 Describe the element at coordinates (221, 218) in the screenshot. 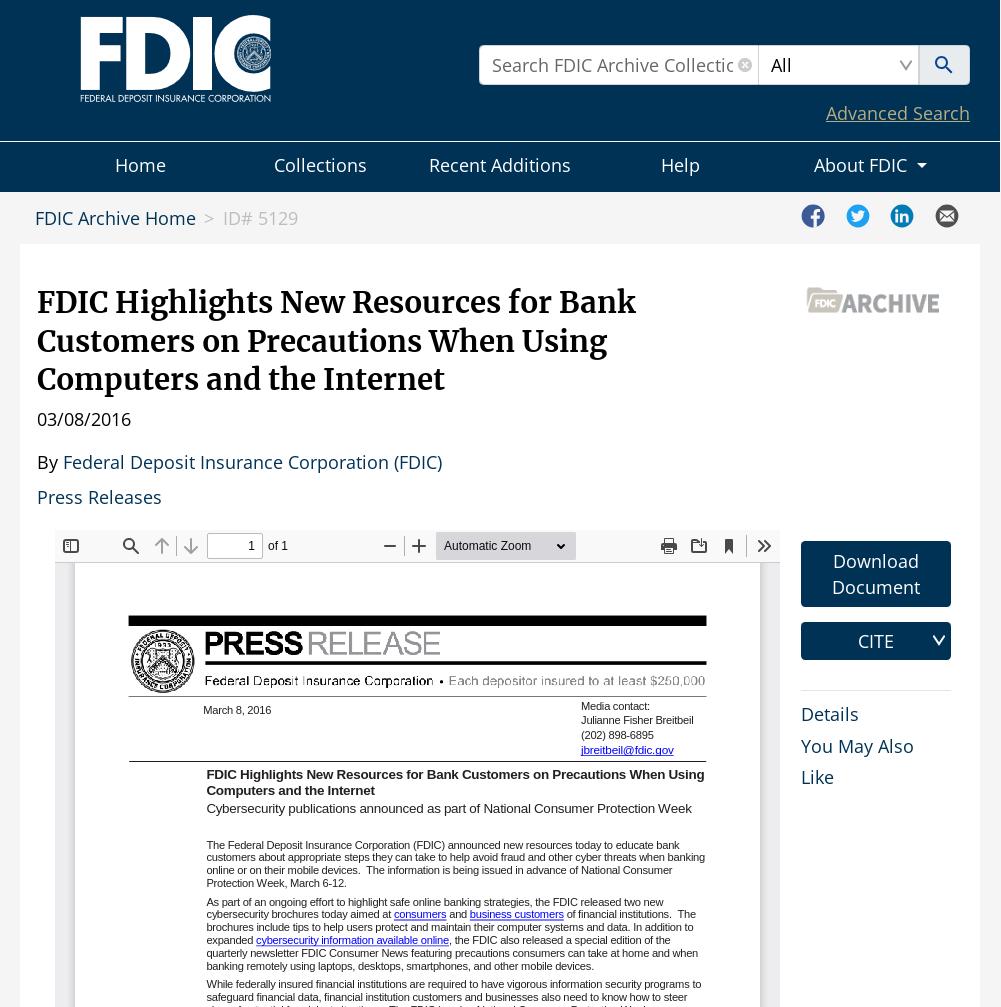

I see `'ID# 5129'` at that location.